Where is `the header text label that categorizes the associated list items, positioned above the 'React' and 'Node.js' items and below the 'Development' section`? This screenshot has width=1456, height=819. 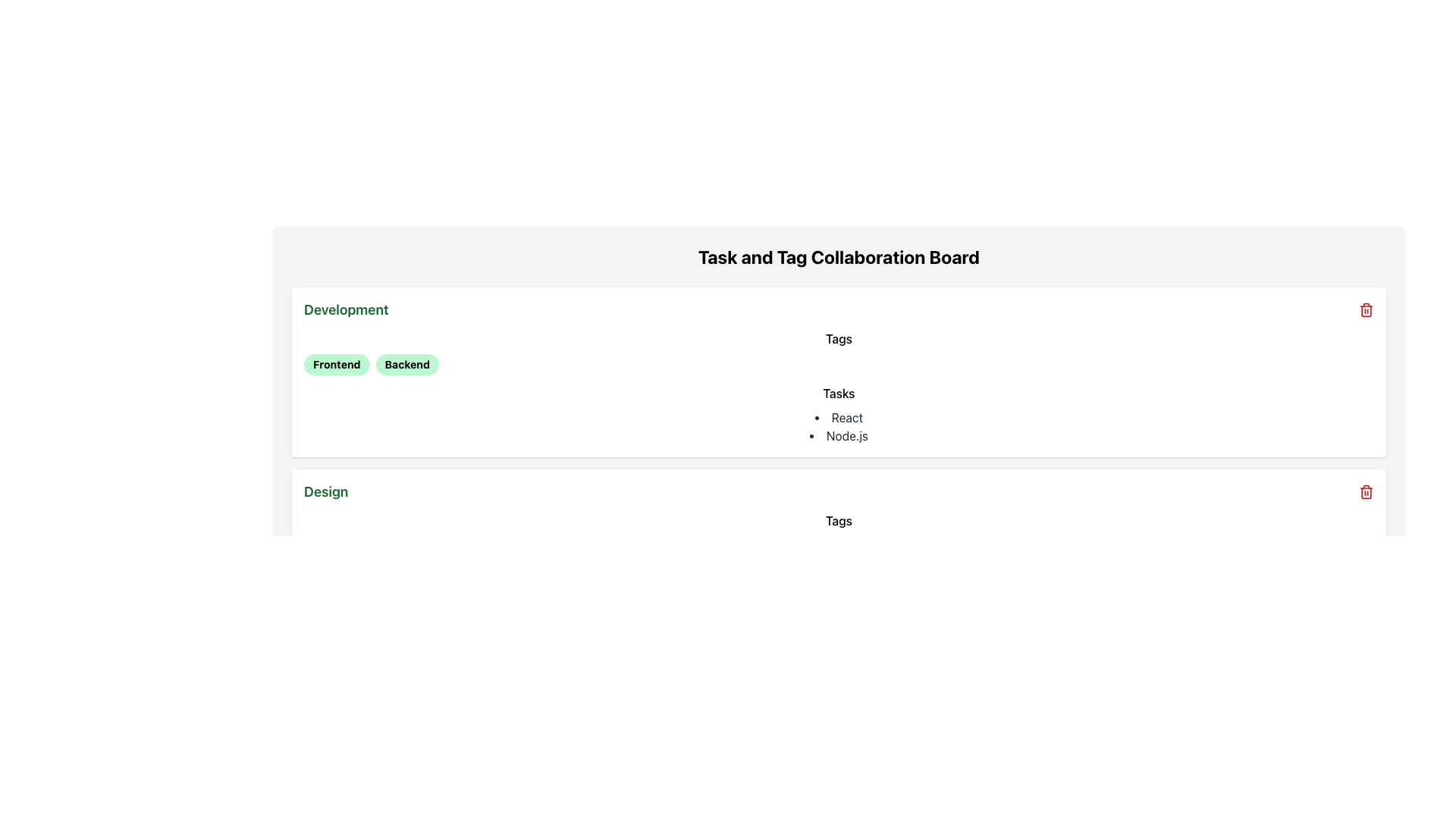 the header text label that categorizes the associated list items, positioned above the 'React' and 'Node.js' items and below the 'Development' section is located at coordinates (838, 393).